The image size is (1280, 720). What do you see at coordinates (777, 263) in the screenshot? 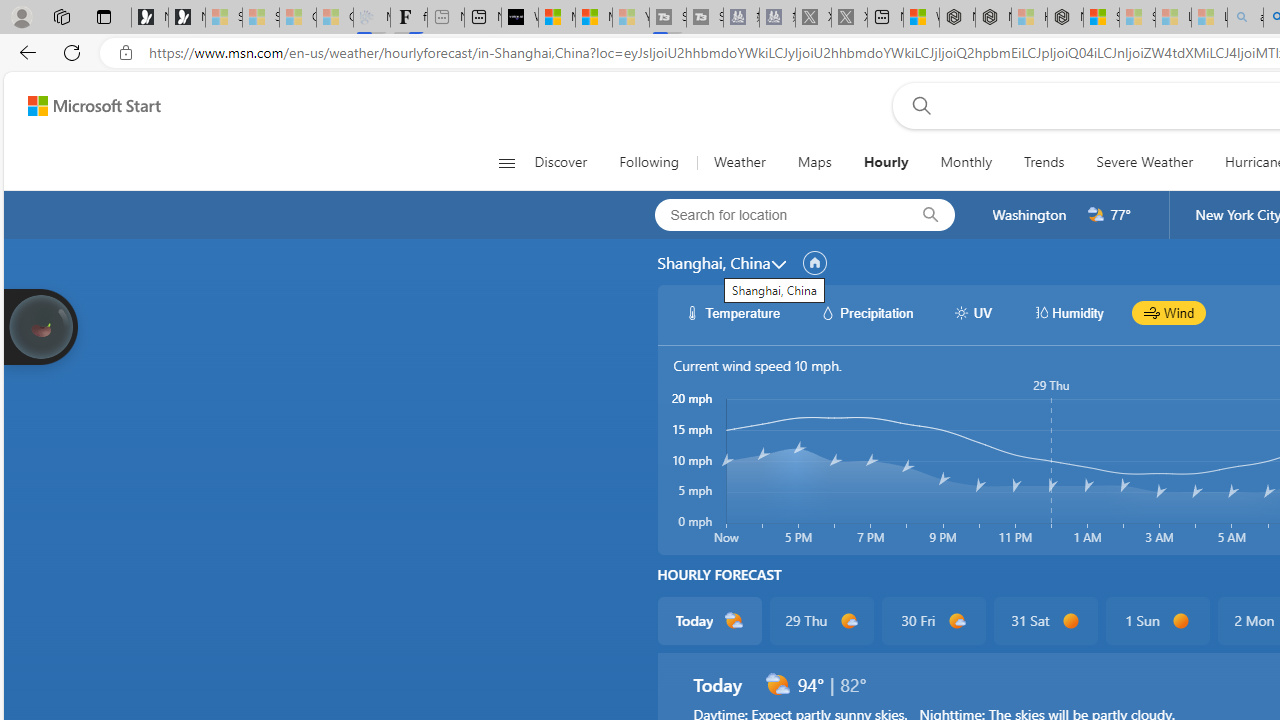
I see `'common/carouselChevron'` at bounding box center [777, 263].